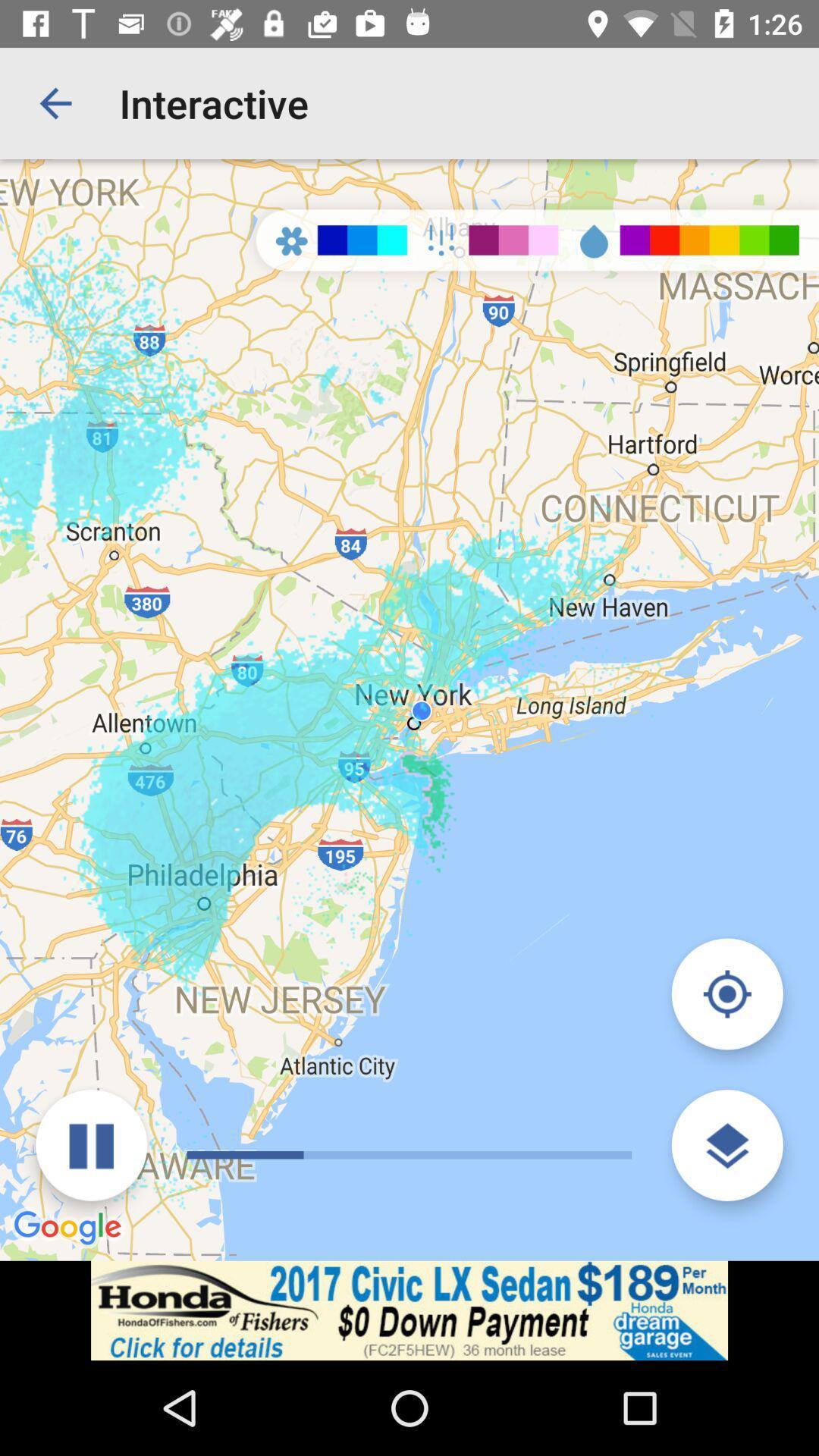 Image resolution: width=819 pixels, height=1456 pixels. Describe the element at coordinates (91, 1145) in the screenshot. I see `pause the video` at that location.